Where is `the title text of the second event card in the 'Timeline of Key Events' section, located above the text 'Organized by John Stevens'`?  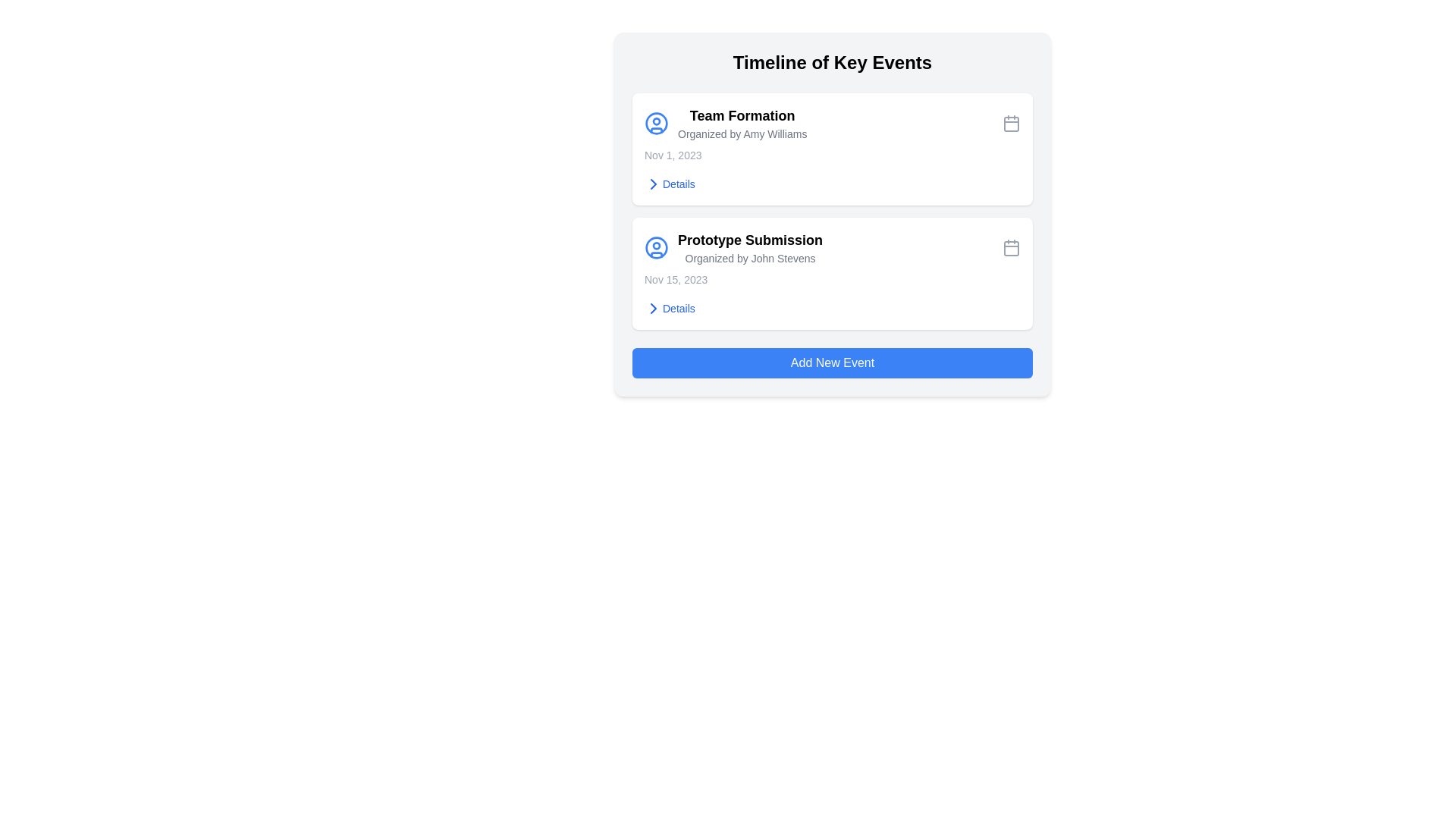 the title text of the second event card in the 'Timeline of Key Events' section, located above the text 'Organized by John Stevens' is located at coordinates (750, 239).